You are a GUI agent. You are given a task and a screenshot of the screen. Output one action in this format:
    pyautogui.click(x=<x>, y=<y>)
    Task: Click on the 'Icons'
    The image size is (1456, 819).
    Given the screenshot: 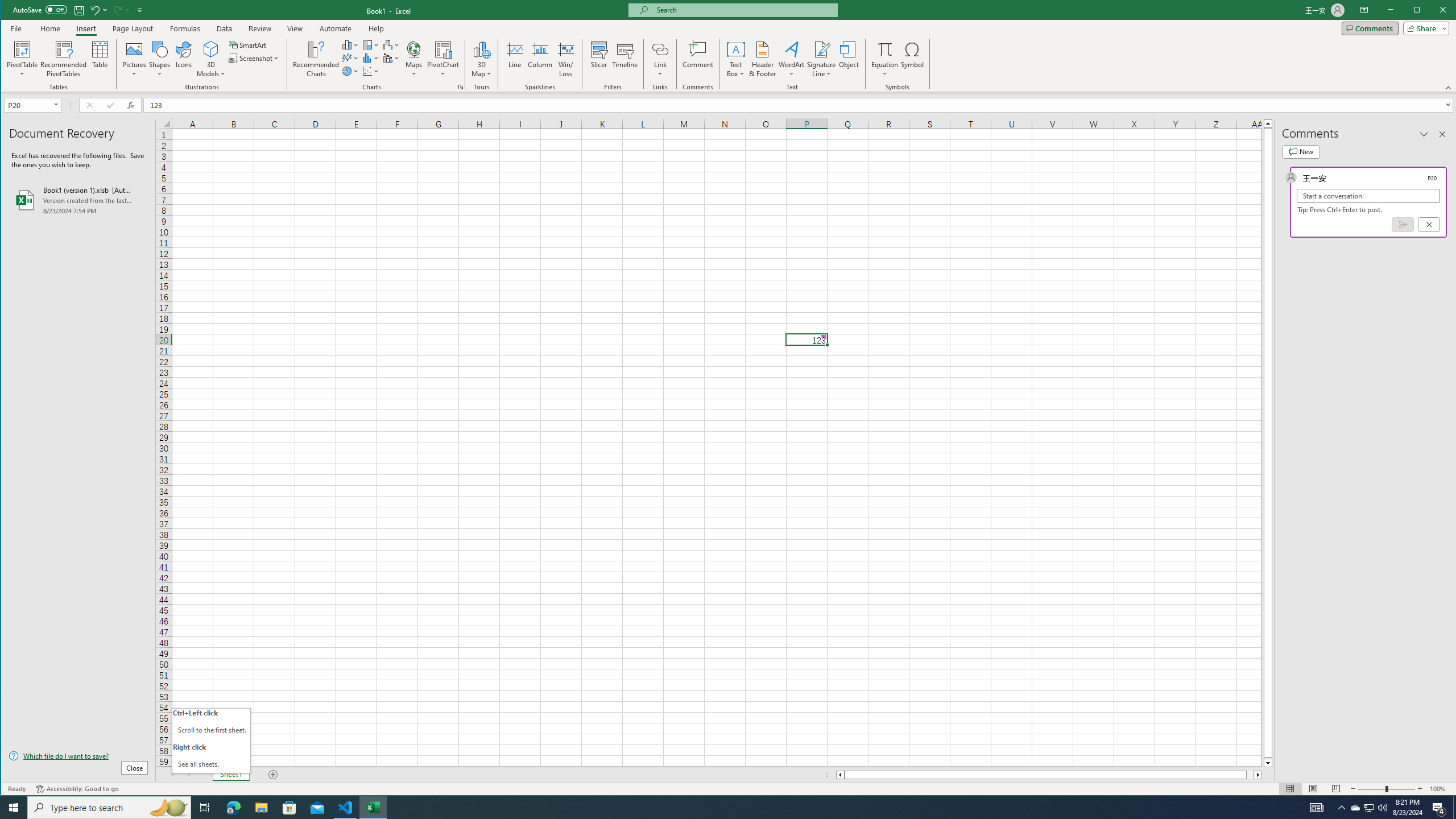 What is the action you would take?
    pyautogui.click(x=183, y=59)
    